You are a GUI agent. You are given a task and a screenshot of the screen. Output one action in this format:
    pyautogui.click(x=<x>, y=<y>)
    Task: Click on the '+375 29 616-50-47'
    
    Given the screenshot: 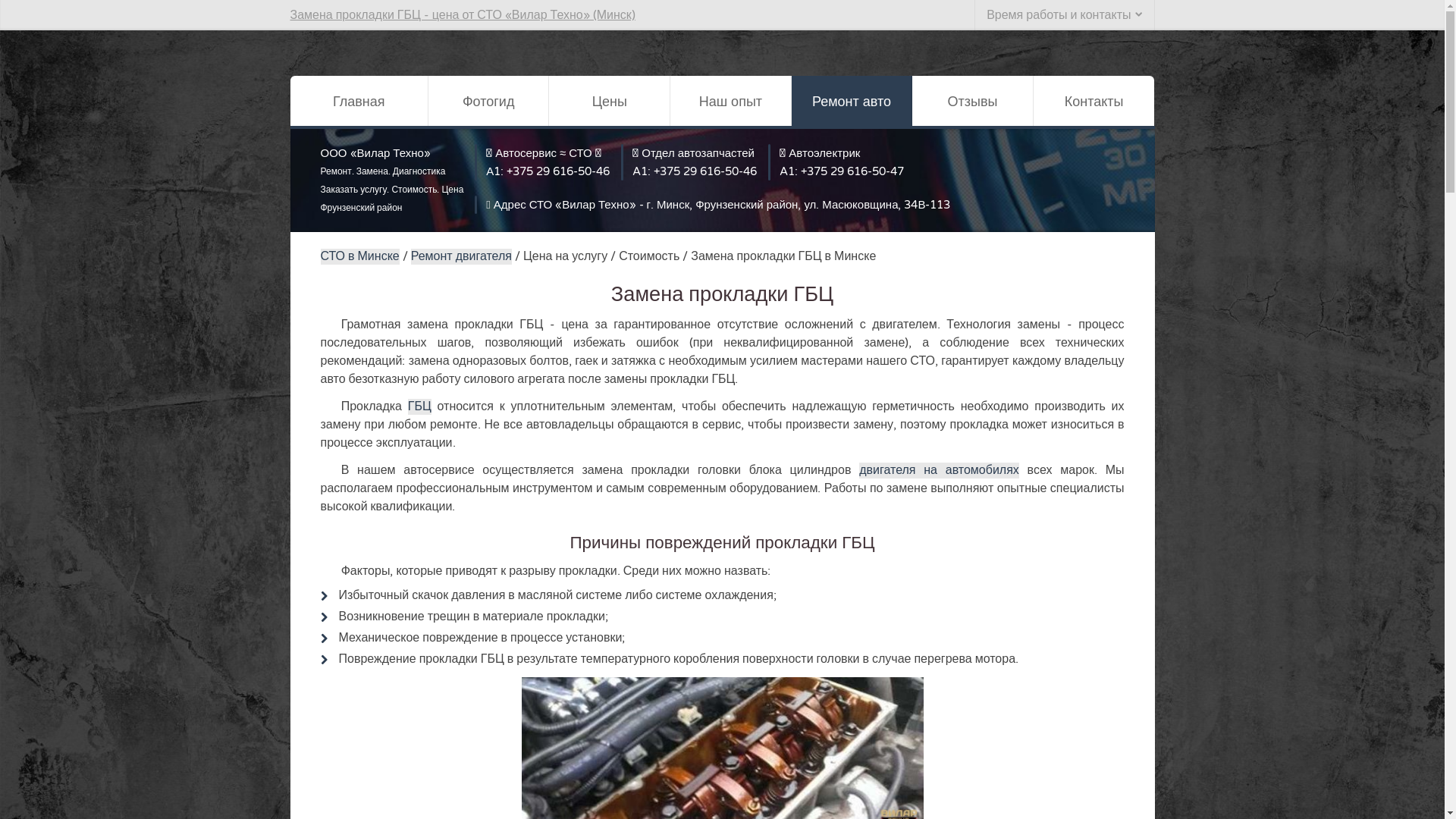 What is the action you would take?
    pyautogui.click(x=852, y=171)
    